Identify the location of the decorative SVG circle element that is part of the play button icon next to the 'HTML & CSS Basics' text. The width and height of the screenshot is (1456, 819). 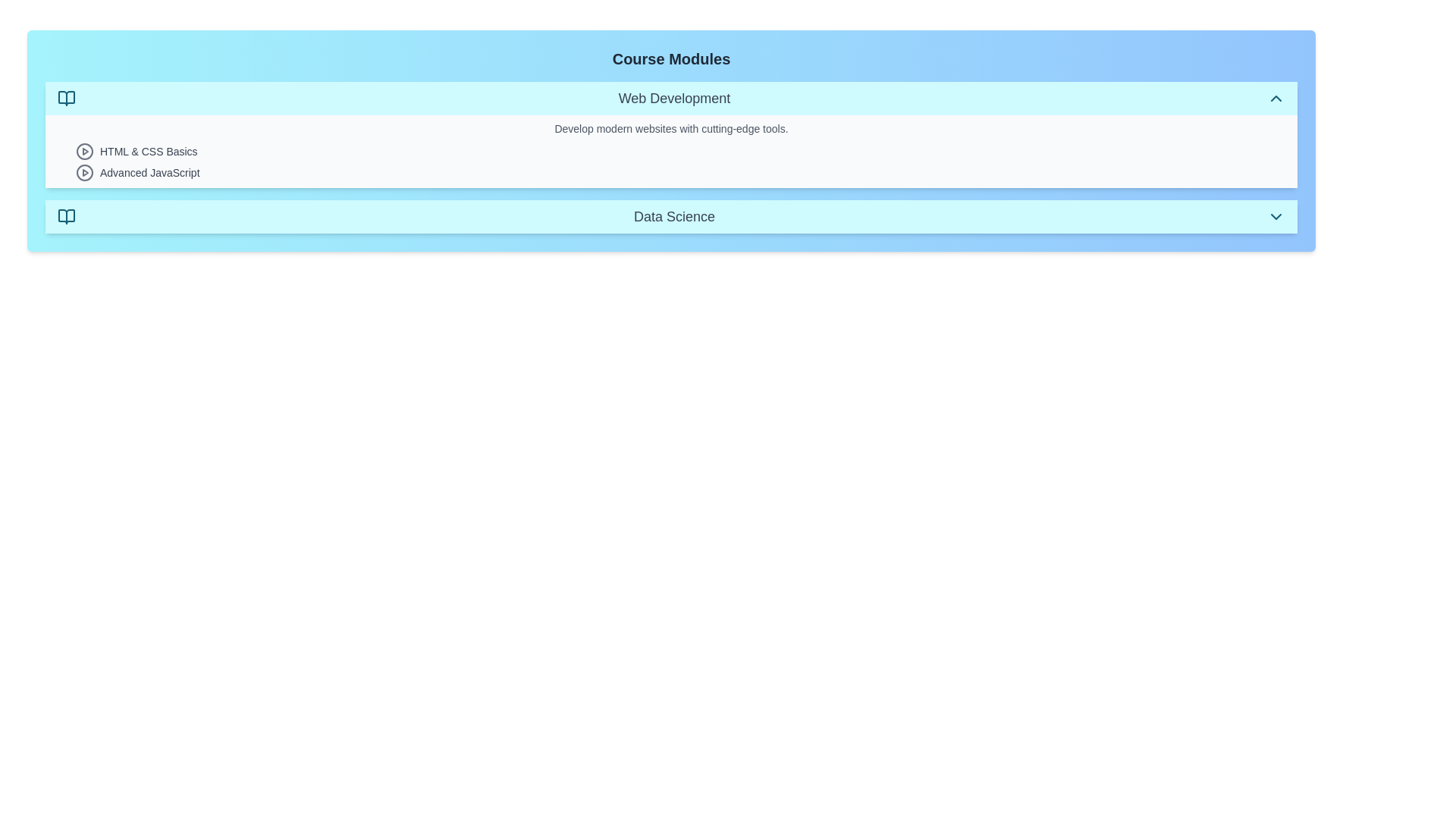
(83, 152).